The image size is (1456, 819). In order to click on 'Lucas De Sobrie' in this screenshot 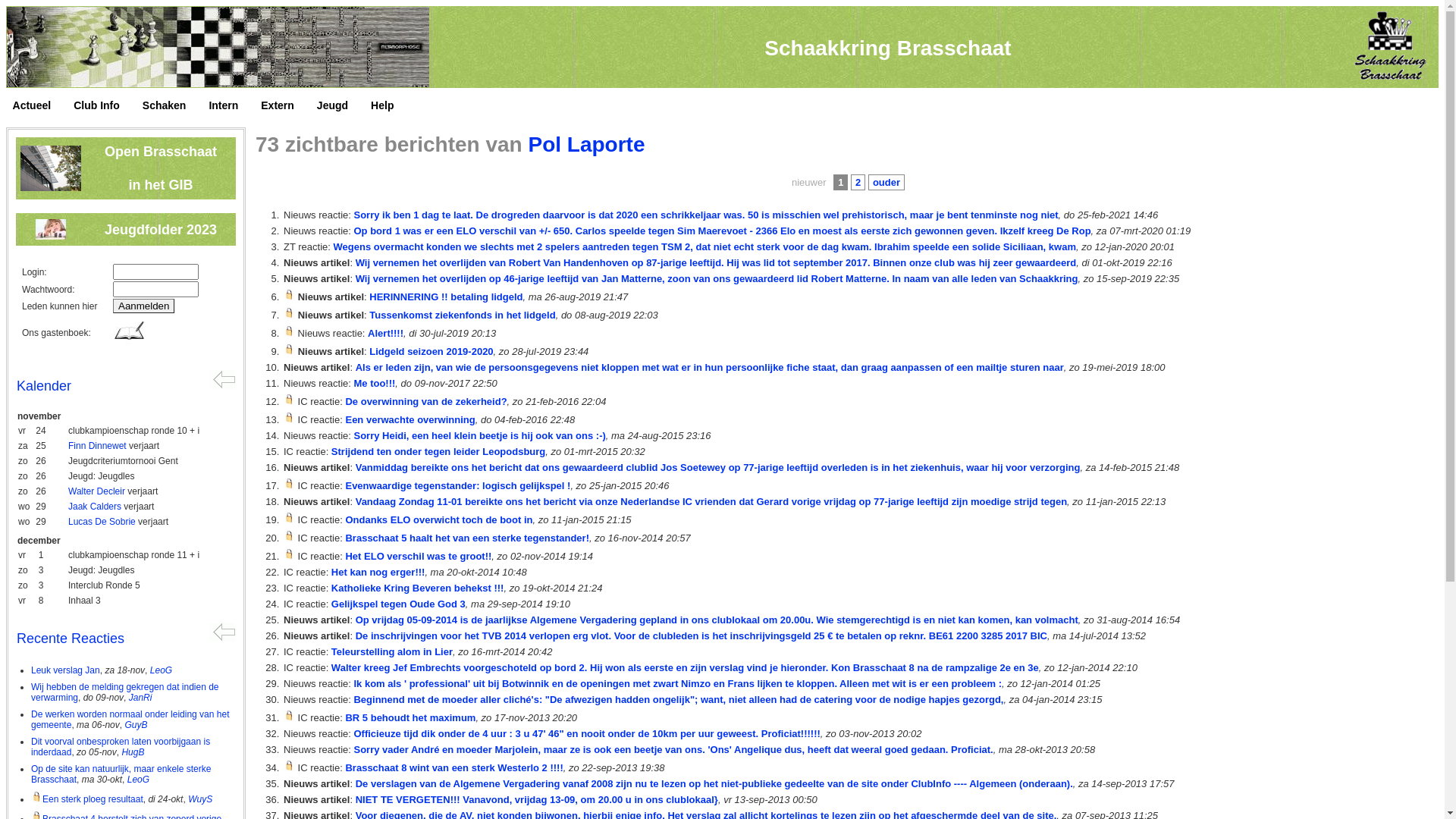, I will do `click(101, 520)`.